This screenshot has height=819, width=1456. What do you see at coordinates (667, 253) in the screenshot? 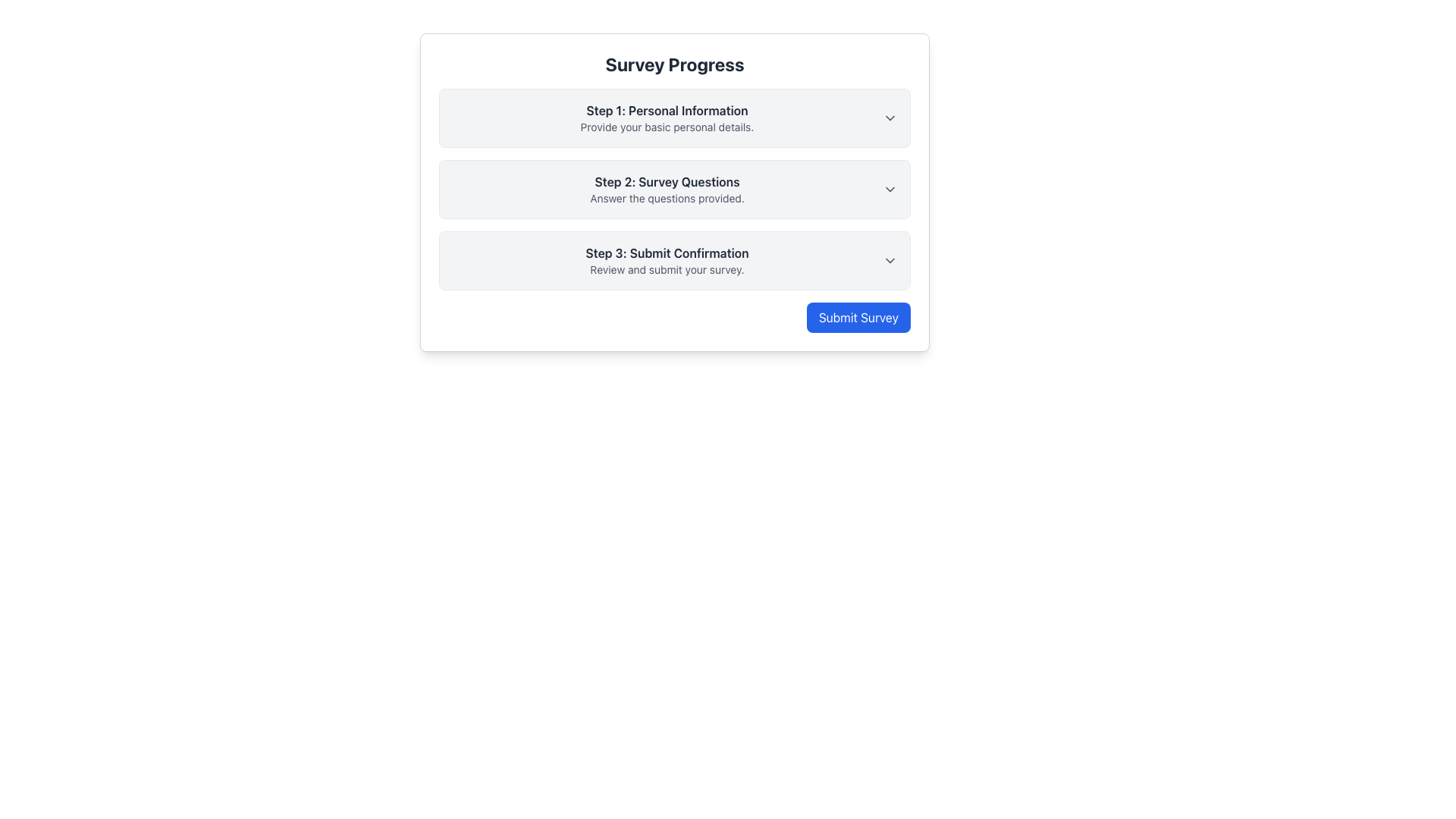
I see `the heading text for the third step of the survey submission process, which is located below 'Step 2: Survey Questions' and above the instruction text 'Review and submit your survey.'` at bounding box center [667, 253].